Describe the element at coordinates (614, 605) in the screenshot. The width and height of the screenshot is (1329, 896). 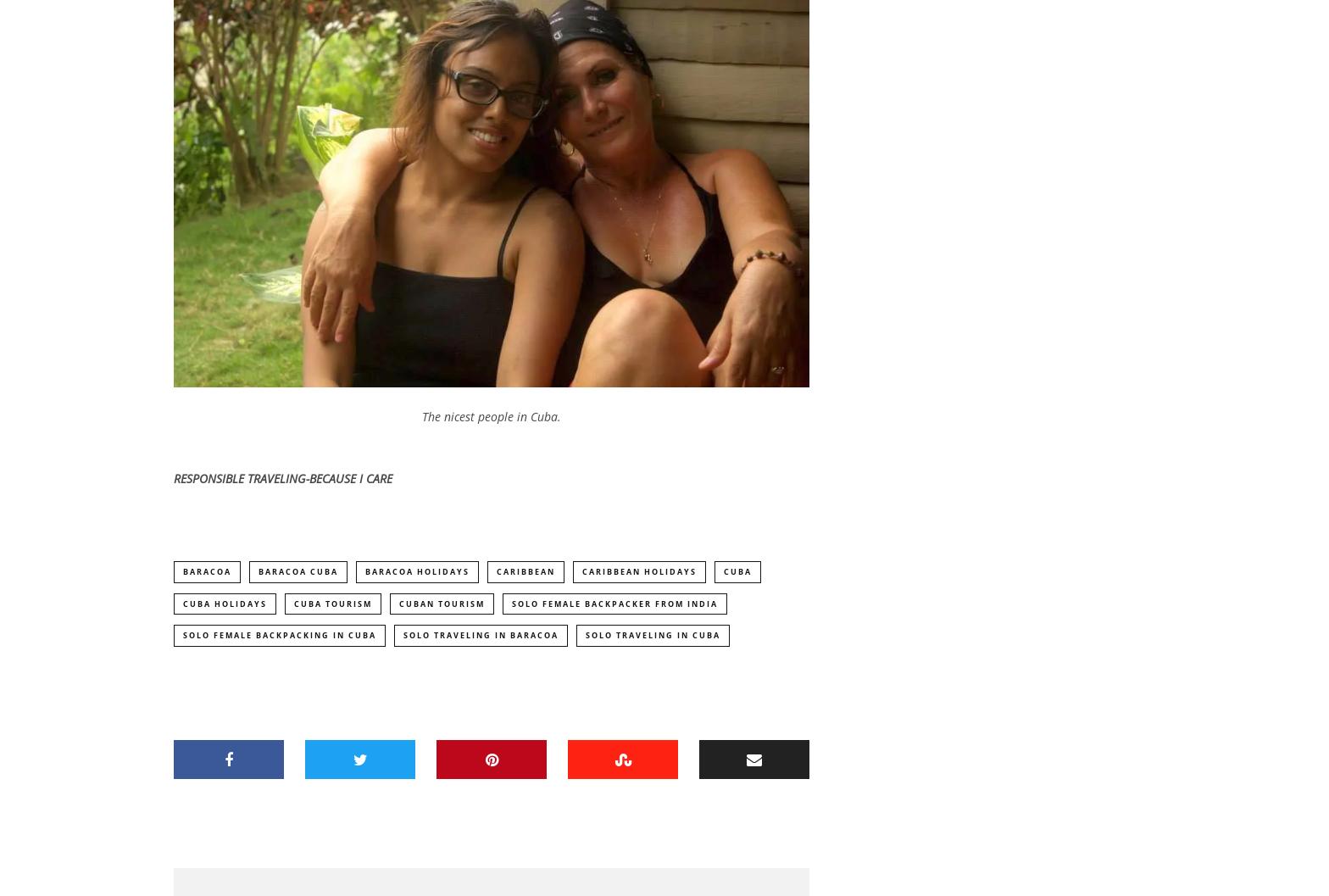
I see `'solo female backpacker from India'` at that location.